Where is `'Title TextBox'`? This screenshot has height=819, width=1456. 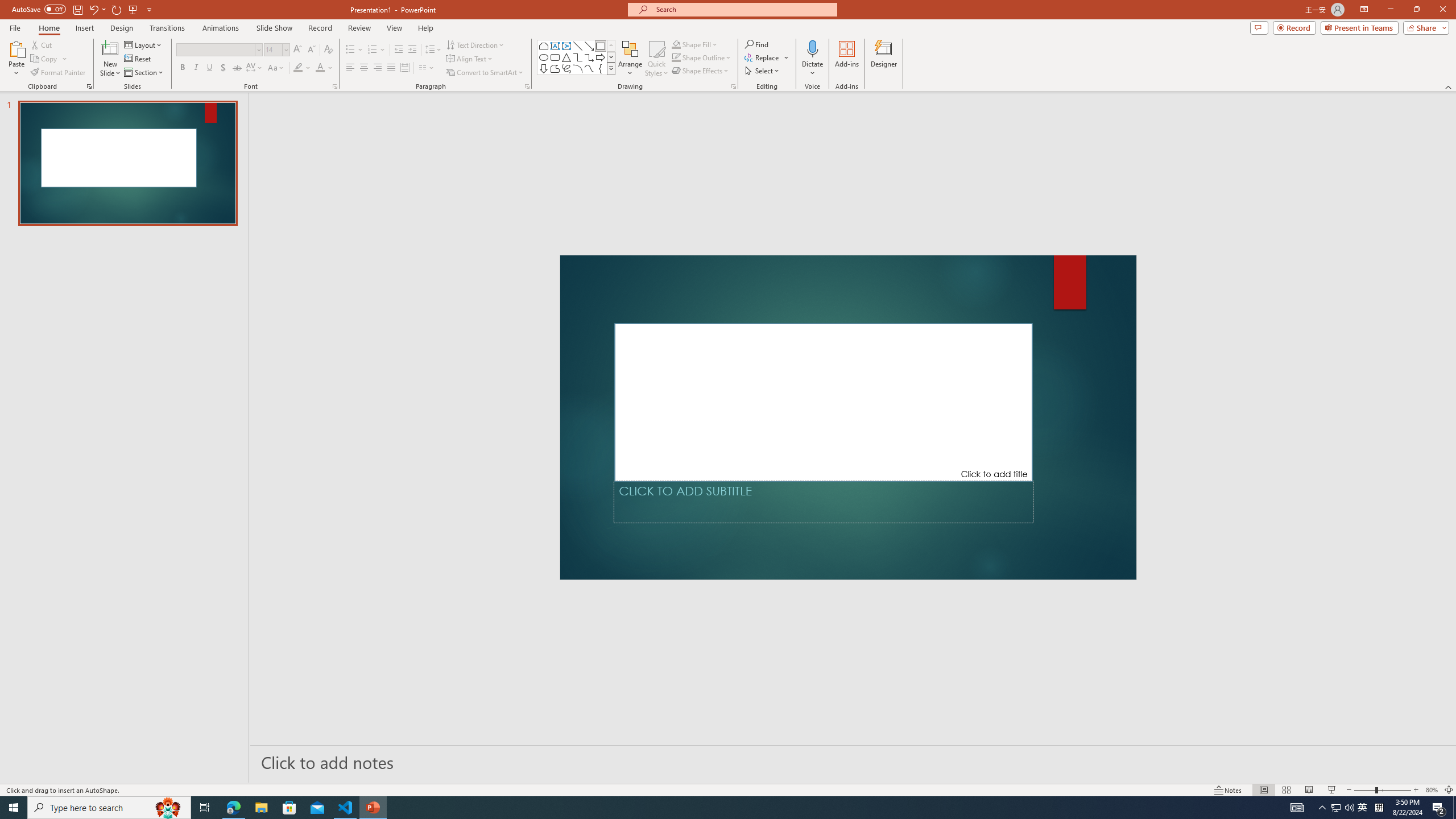 'Title TextBox' is located at coordinates (823, 402).